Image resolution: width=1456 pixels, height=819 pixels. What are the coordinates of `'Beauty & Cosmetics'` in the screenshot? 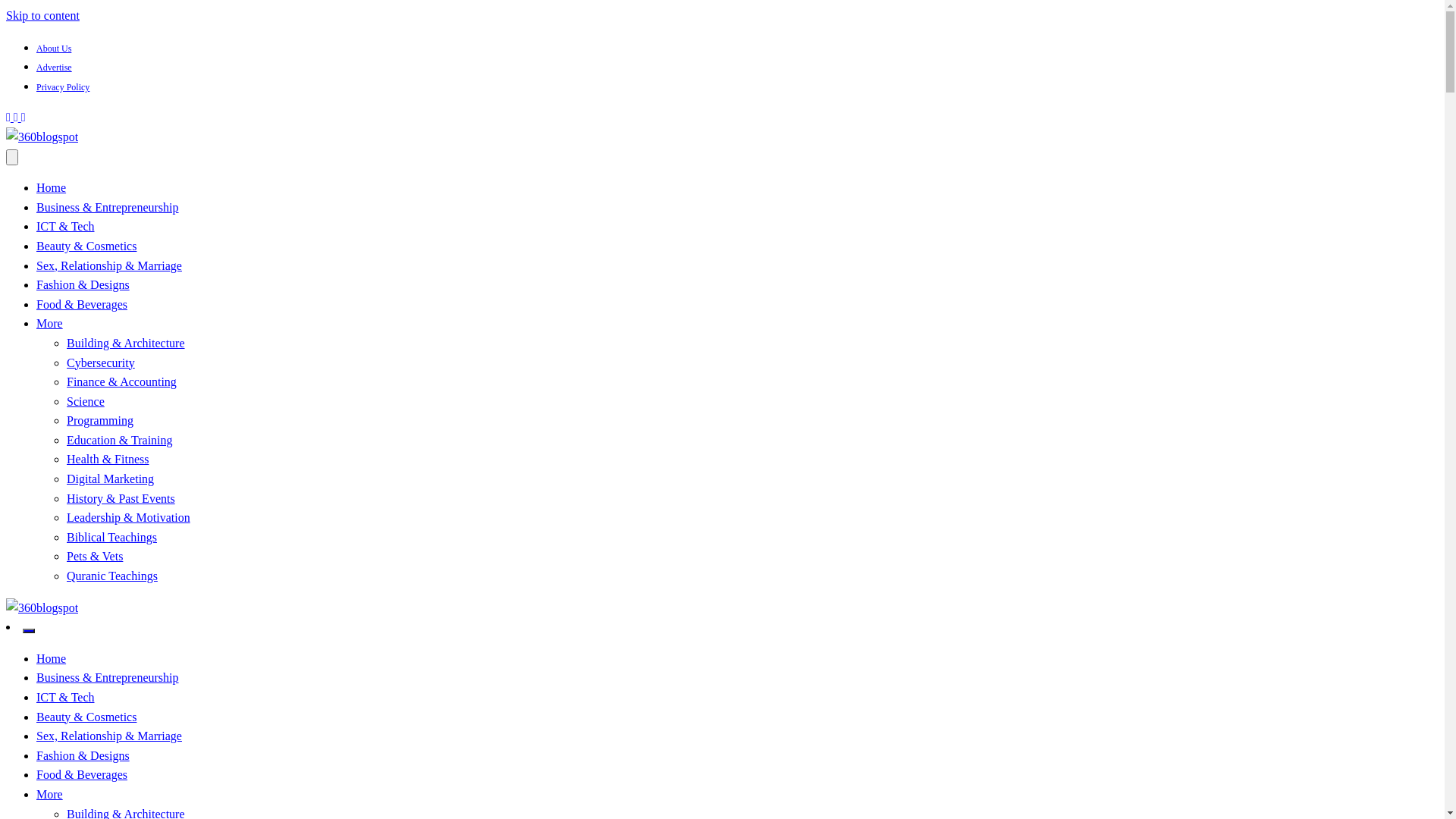 It's located at (86, 717).